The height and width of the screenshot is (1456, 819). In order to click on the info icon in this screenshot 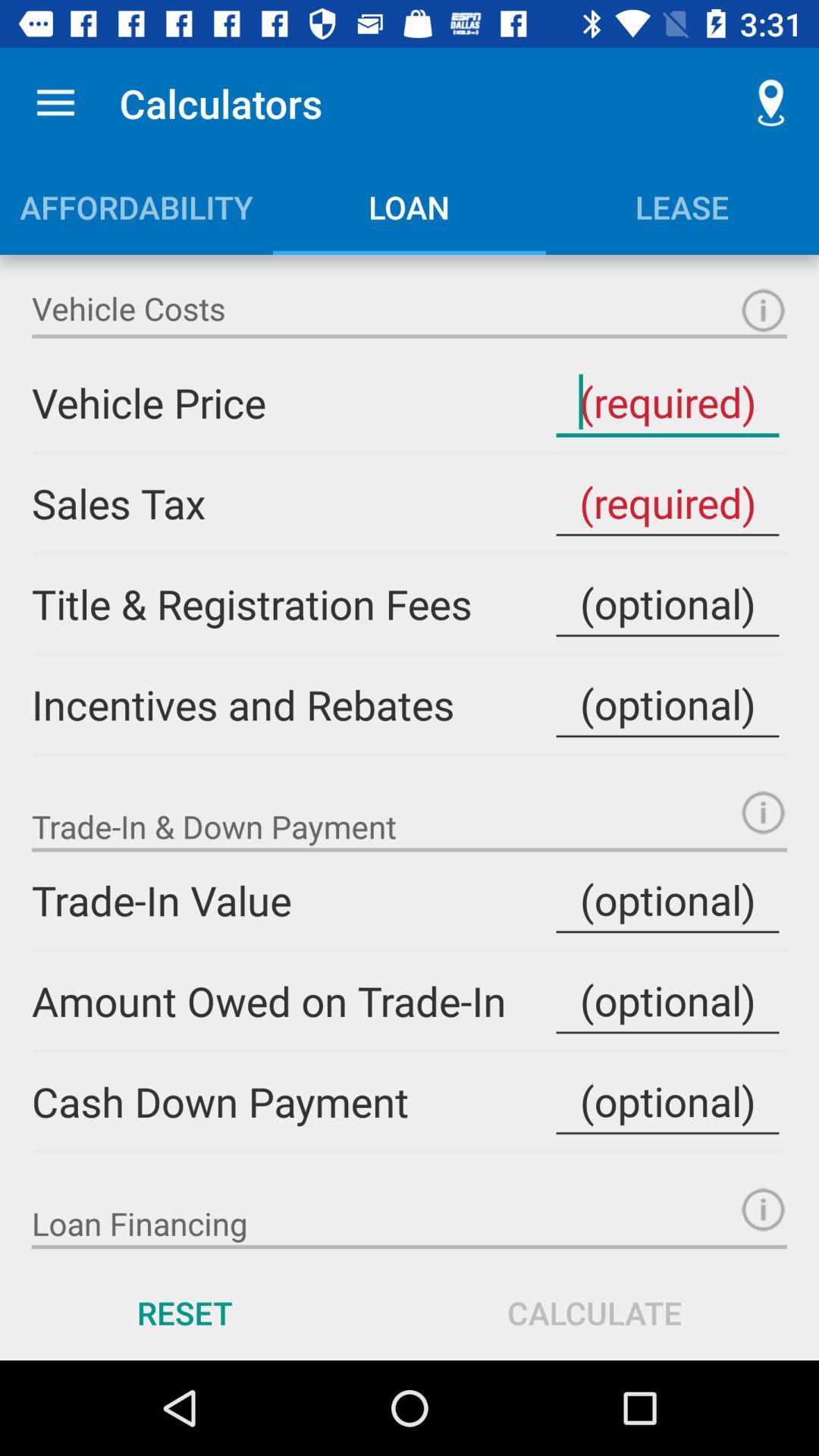, I will do `click(763, 309)`.